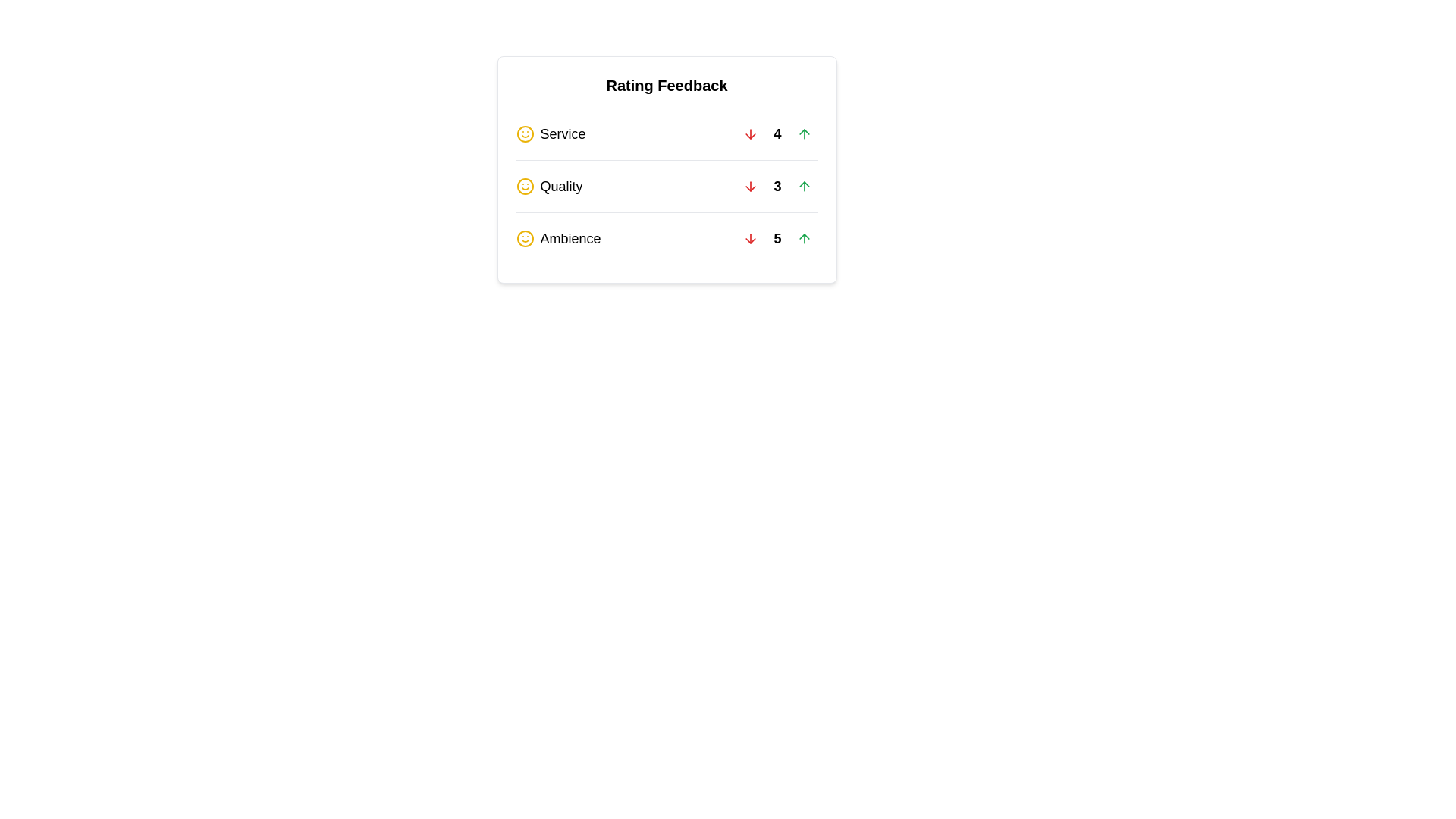 This screenshot has height=819, width=1456. I want to click on the Rating Input Component for 'Ambience', located in the bottom row of the vertically aligned list, positioned below 'Quality', so click(667, 238).